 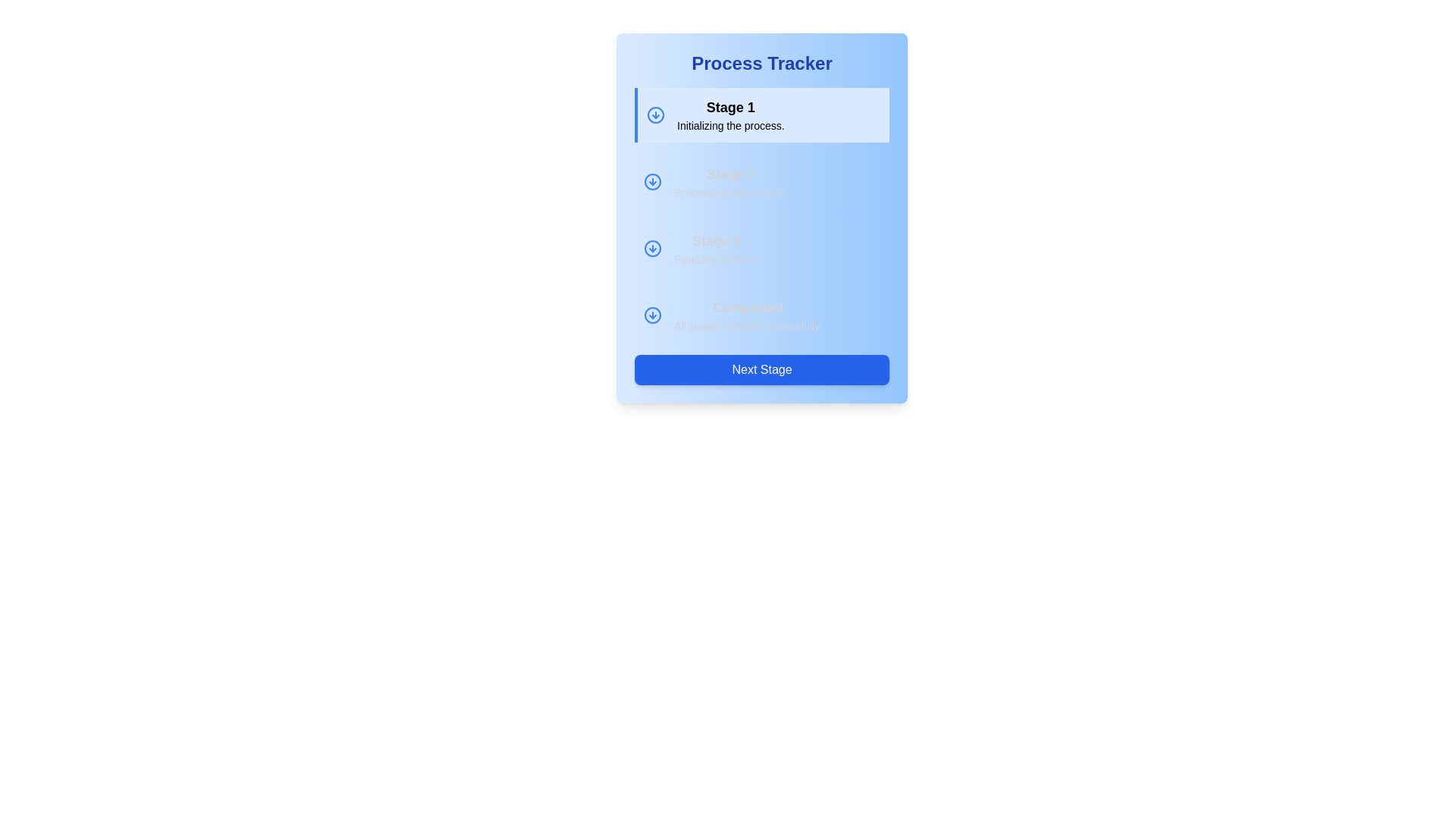 What do you see at coordinates (652, 315) in the screenshot?
I see `the completion status icon located to the left of the 'Completed' text, which indicates all stages are finished` at bounding box center [652, 315].